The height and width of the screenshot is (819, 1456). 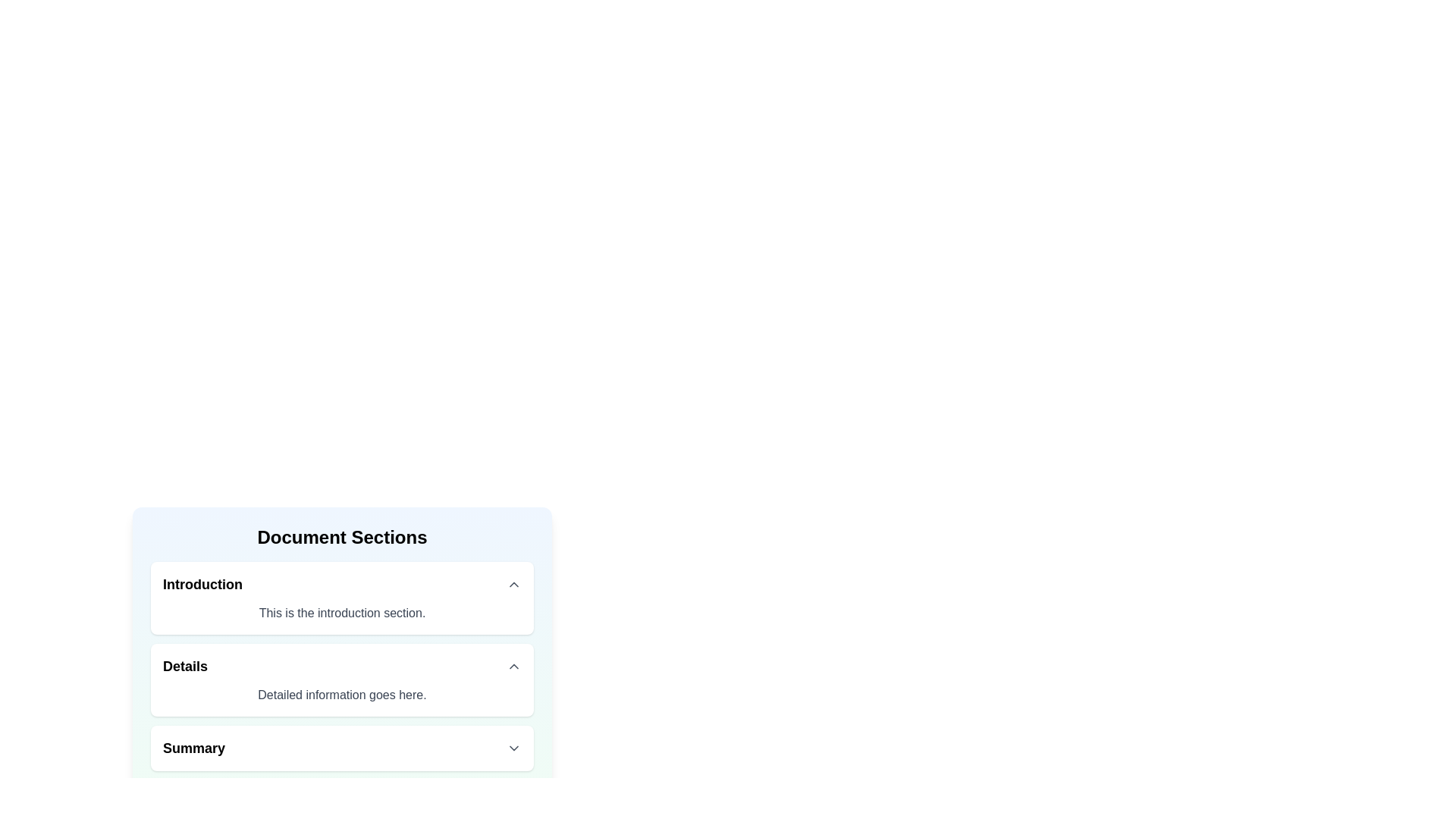 I want to click on the 'Add Section' button to add a new section, so click(x=206, y=798).